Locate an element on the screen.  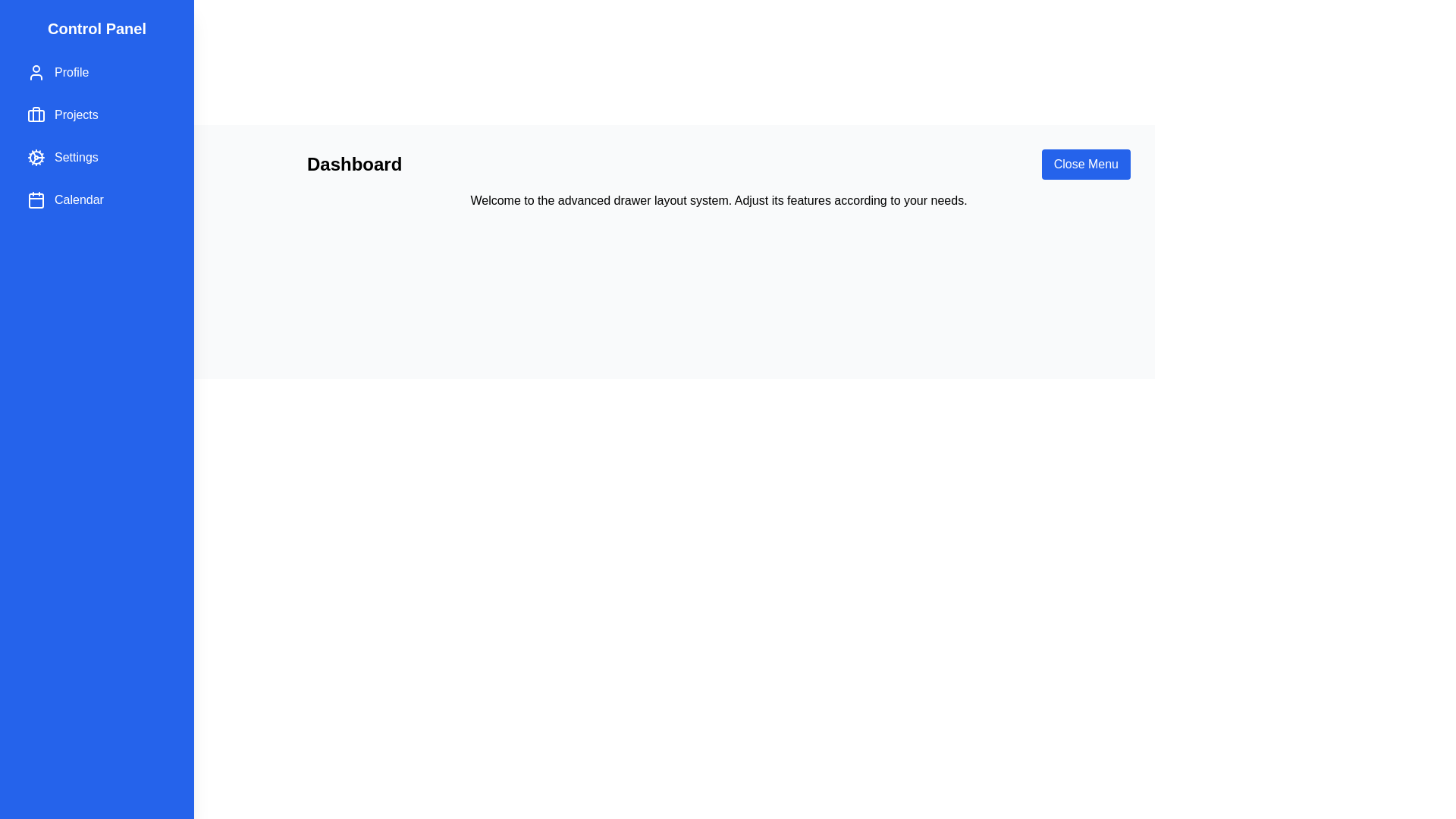
the 'Calendar' text label in the left-hand sidebar navigation menu to observe any visual changes is located at coordinates (78, 199).